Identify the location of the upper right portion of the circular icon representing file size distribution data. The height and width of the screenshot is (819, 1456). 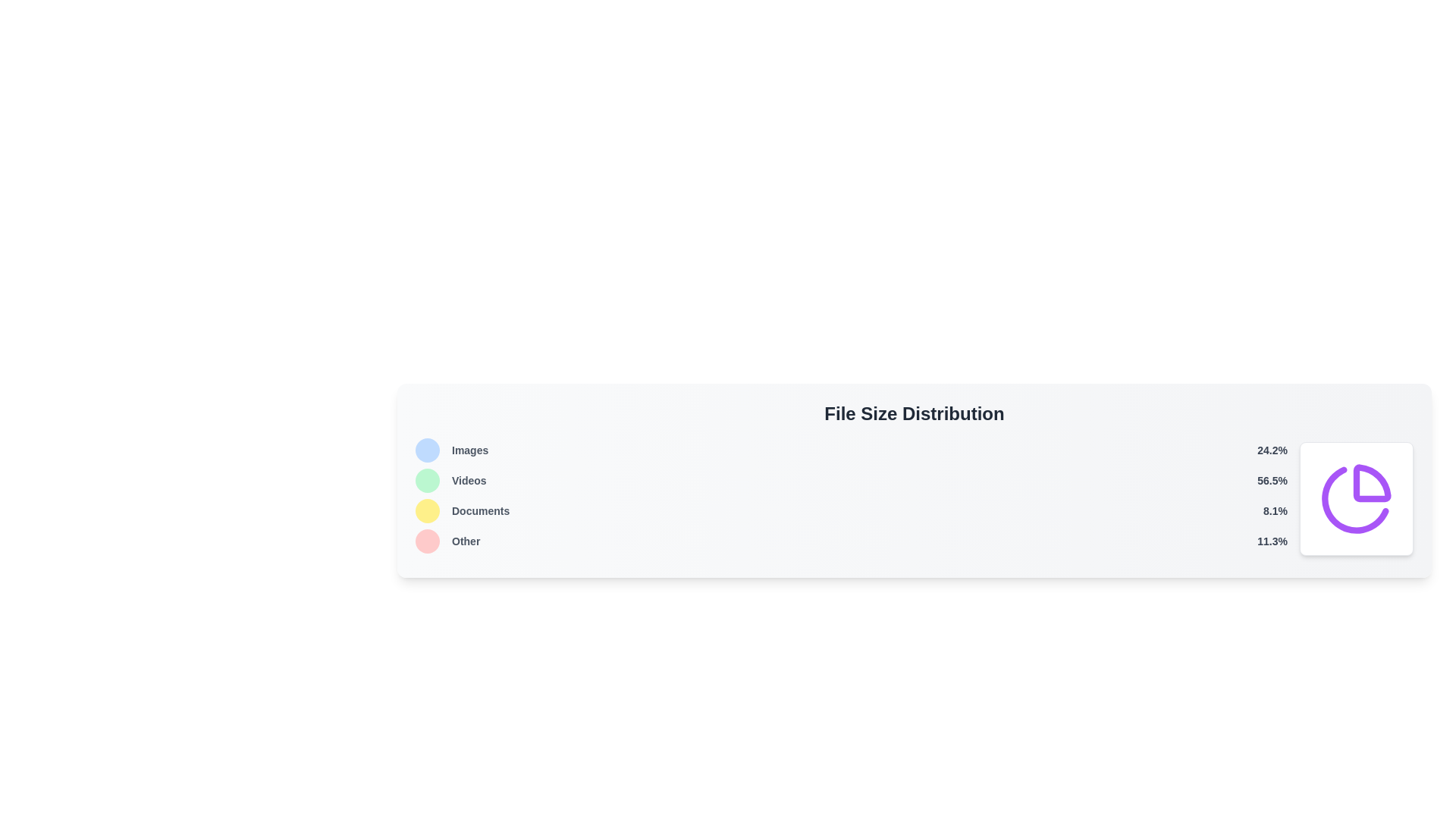
(1372, 483).